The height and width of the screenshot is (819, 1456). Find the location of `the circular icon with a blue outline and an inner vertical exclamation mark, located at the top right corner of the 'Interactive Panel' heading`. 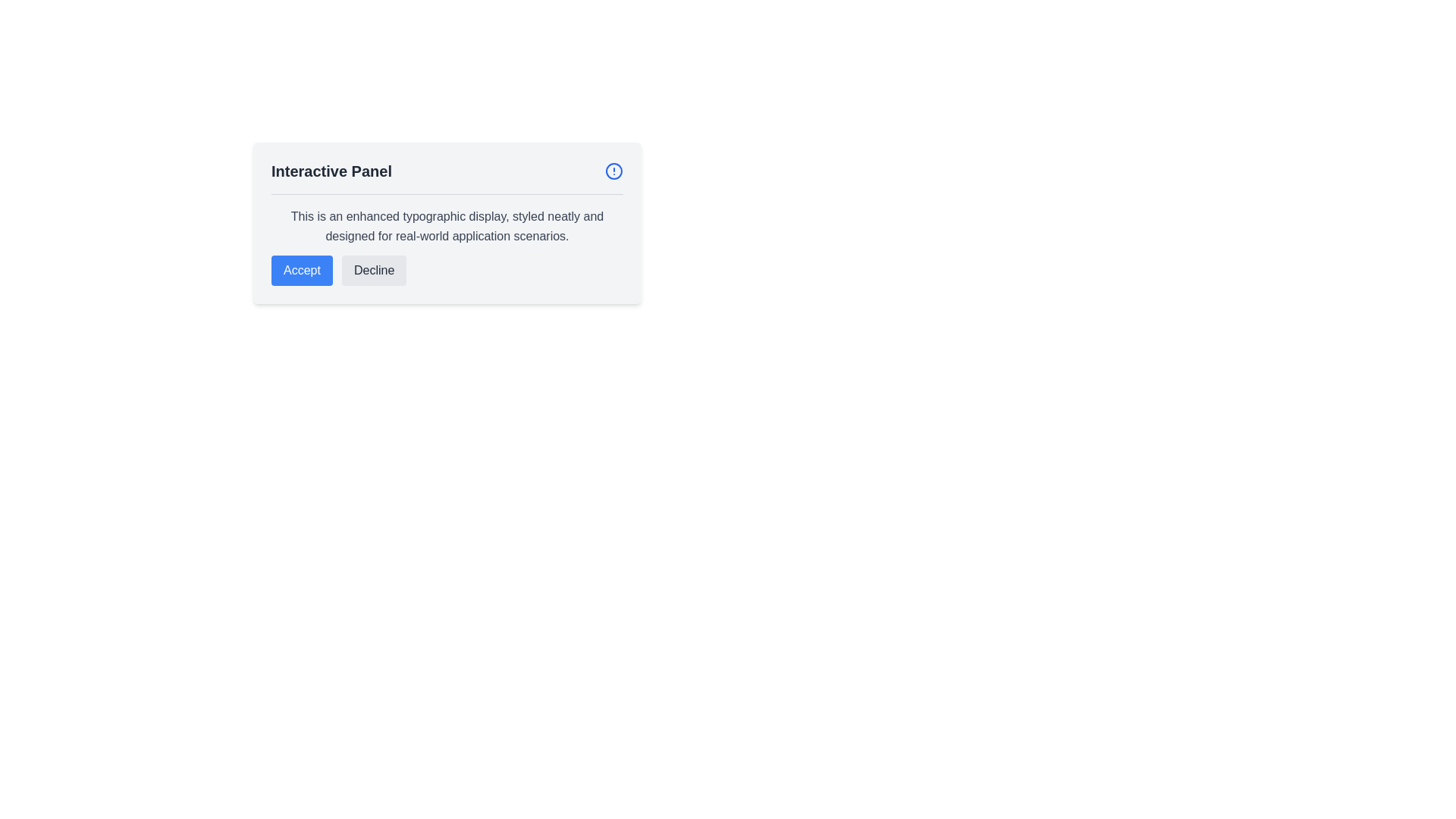

the circular icon with a blue outline and an inner vertical exclamation mark, located at the top right corner of the 'Interactive Panel' heading is located at coordinates (614, 171).